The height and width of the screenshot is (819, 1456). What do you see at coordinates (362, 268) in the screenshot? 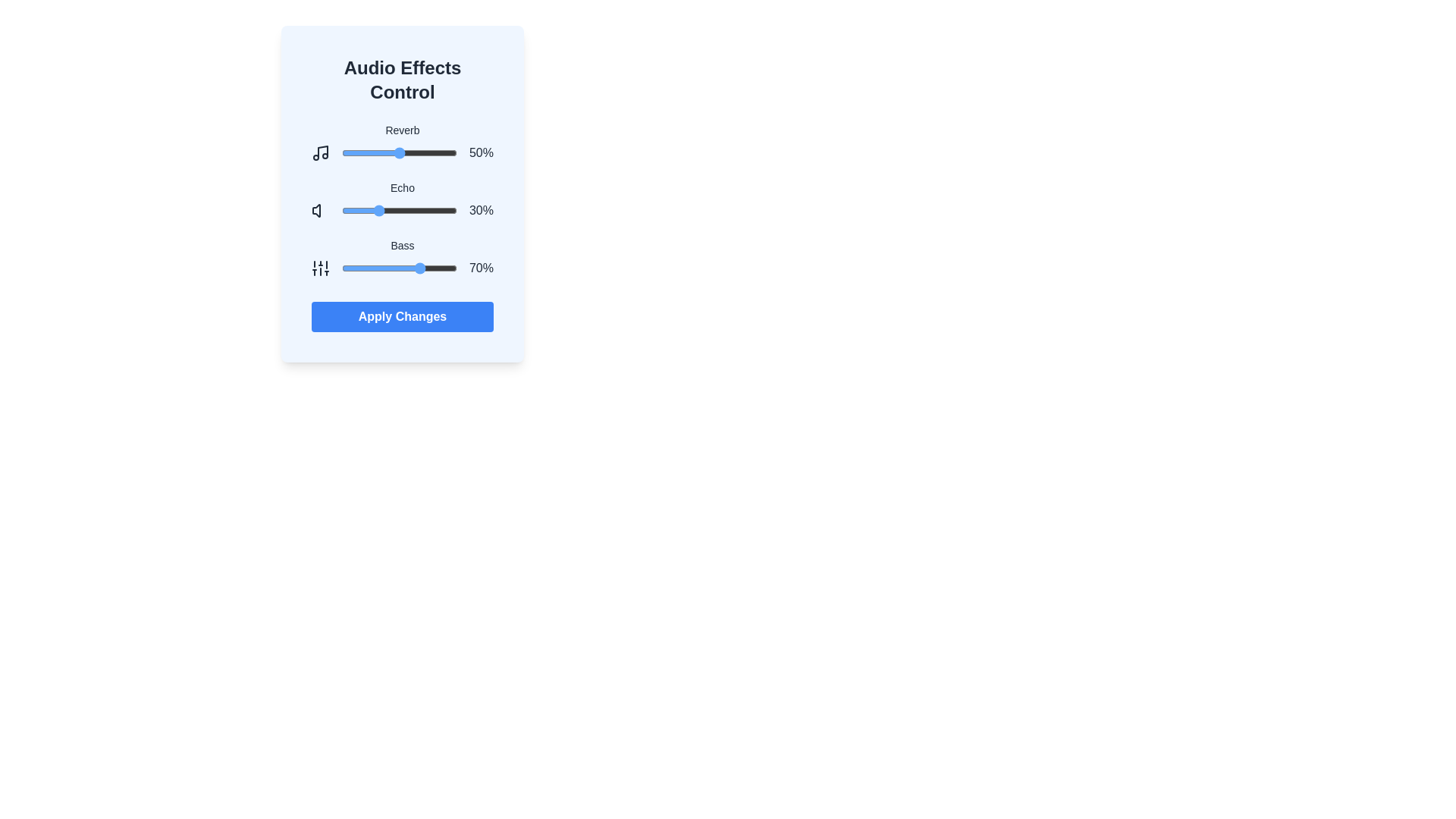
I see `the bass effect` at bounding box center [362, 268].